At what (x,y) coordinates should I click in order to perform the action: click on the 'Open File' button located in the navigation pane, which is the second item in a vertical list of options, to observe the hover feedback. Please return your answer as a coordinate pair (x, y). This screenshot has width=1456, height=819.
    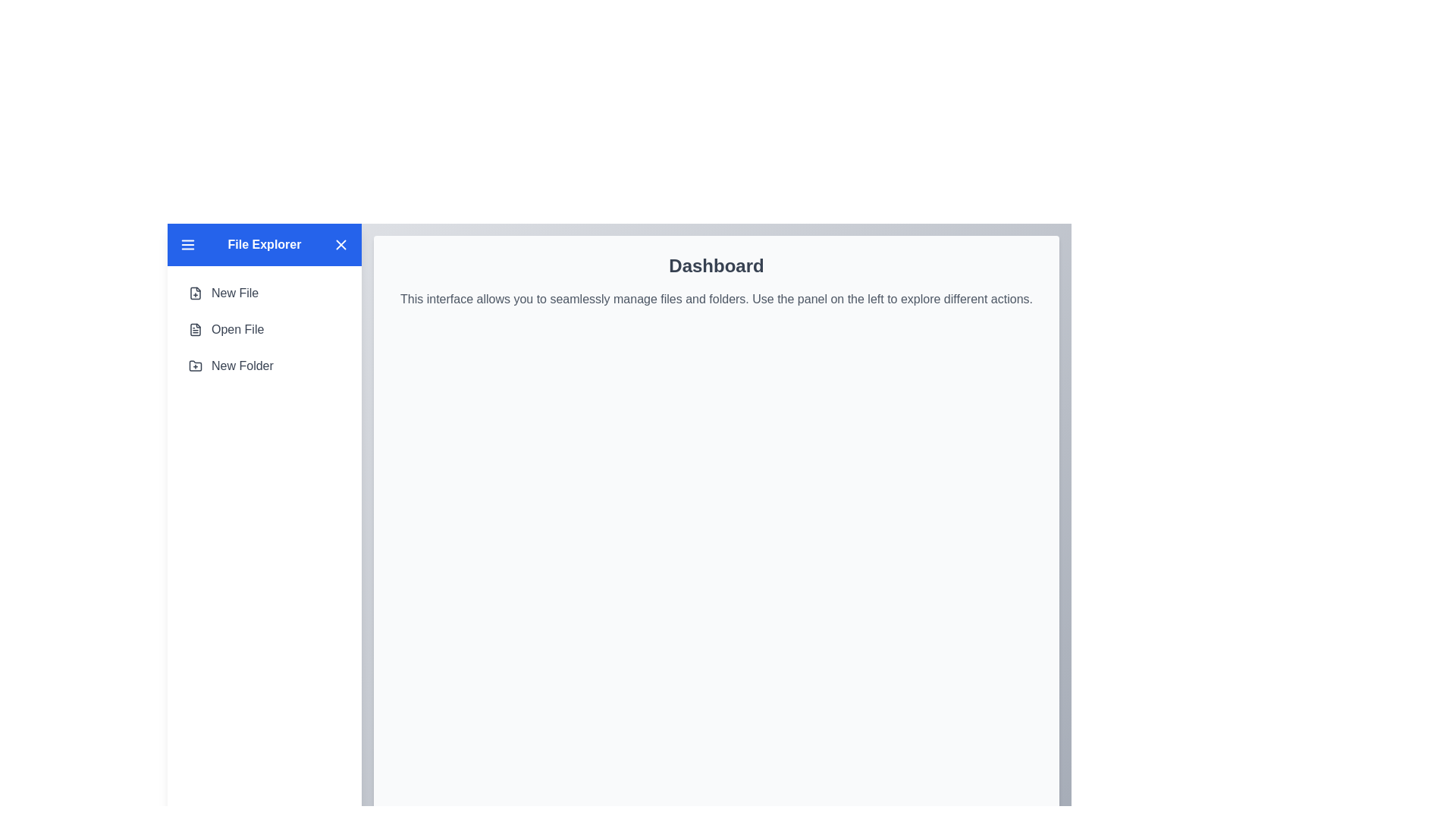
    Looking at the image, I should click on (225, 329).